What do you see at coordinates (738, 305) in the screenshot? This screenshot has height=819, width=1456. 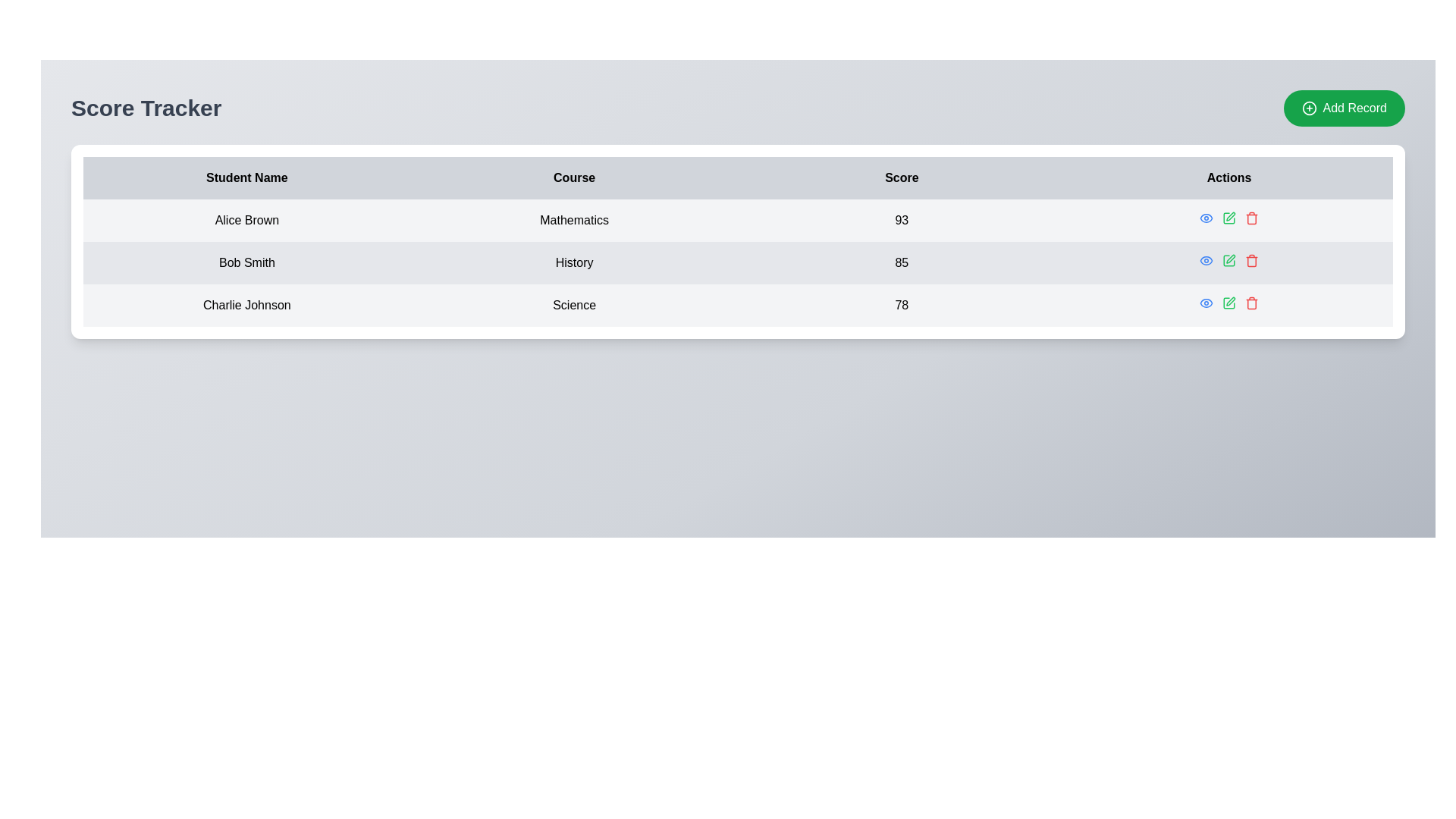 I see `the third table row displaying the data record for student 'Charlie Johnson'` at bounding box center [738, 305].